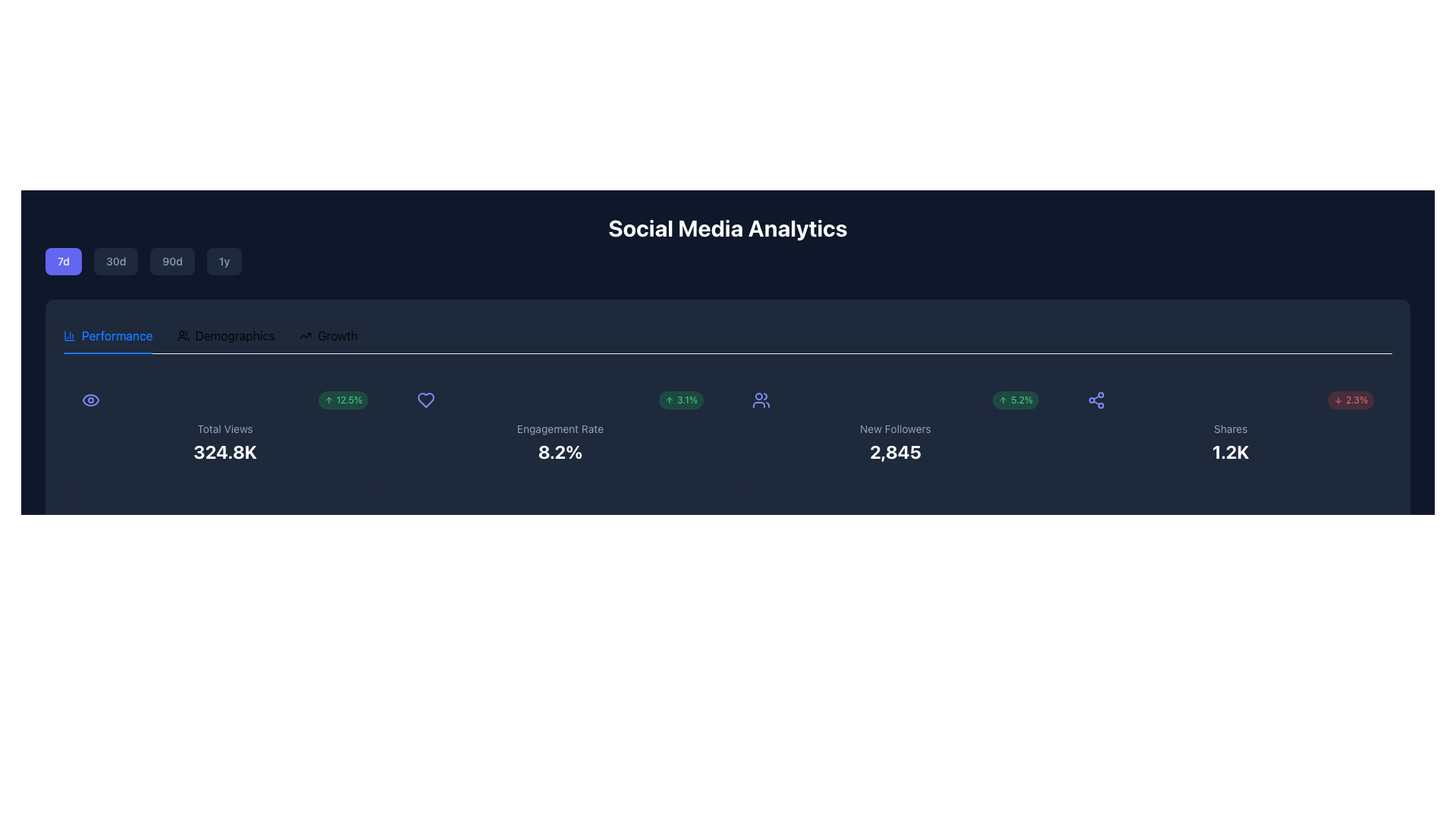 The height and width of the screenshot is (819, 1456). I want to click on the visibility metric icon in the social media analytics dashboard, so click(90, 400).